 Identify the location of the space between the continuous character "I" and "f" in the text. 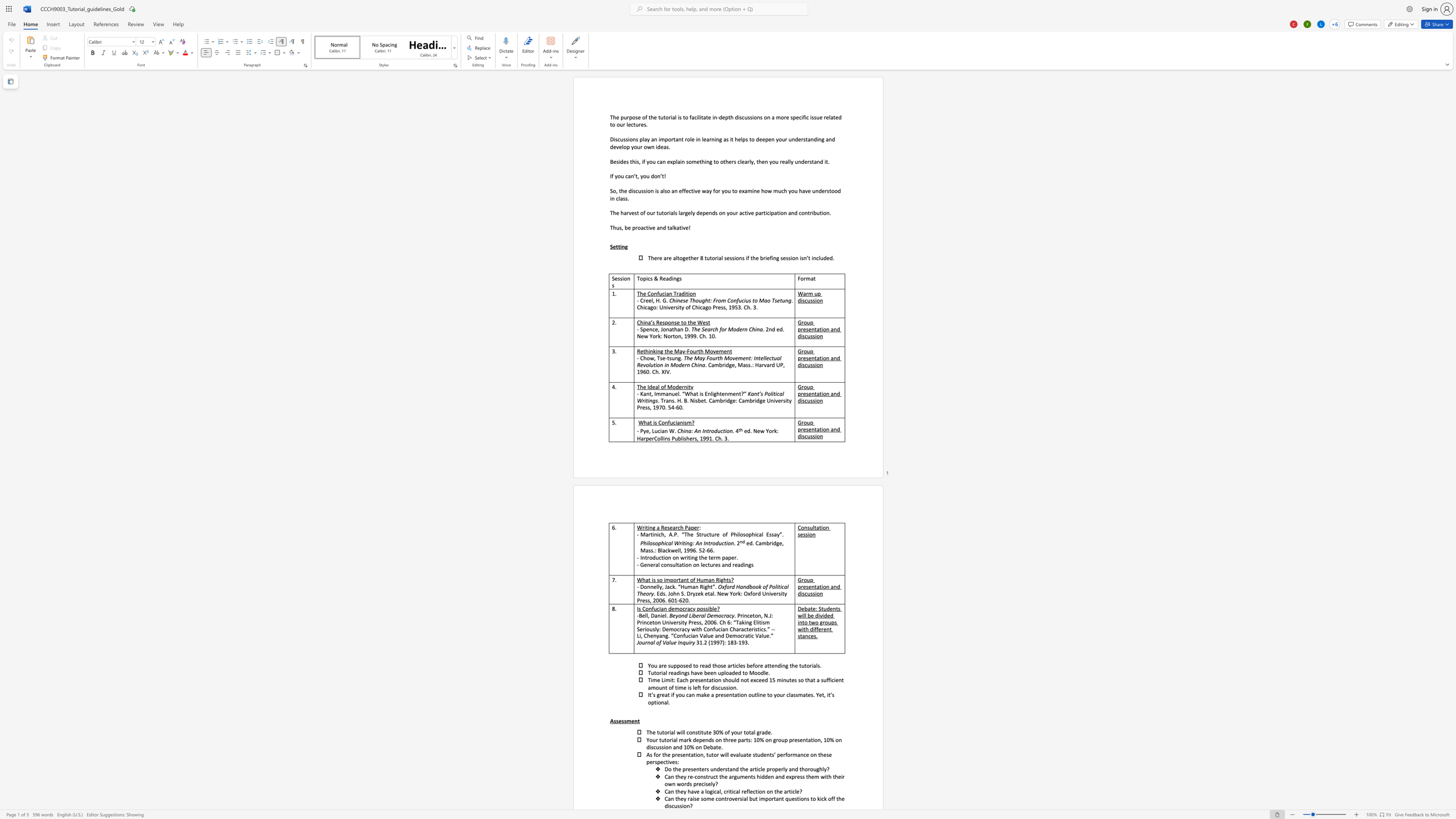
(611, 176).